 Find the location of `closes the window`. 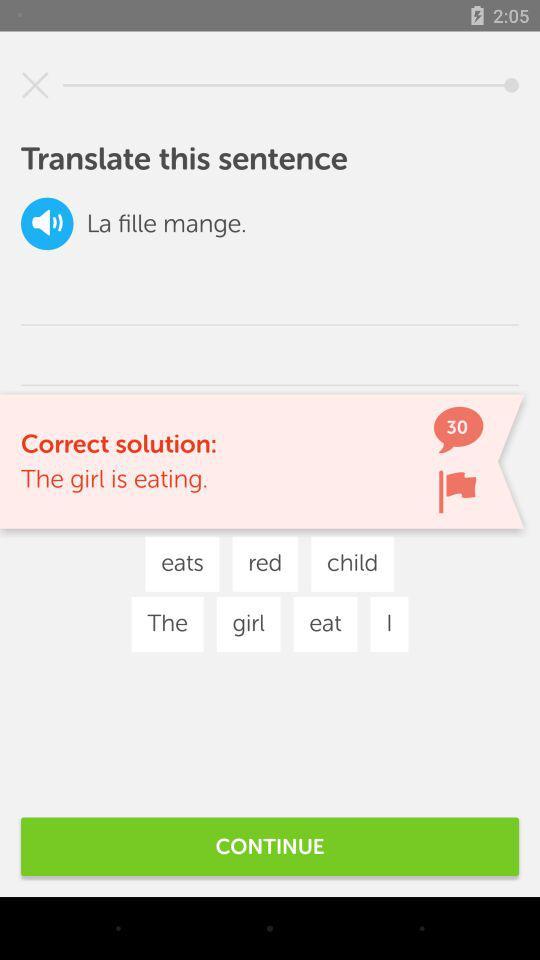

closes the window is located at coordinates (35, 85).